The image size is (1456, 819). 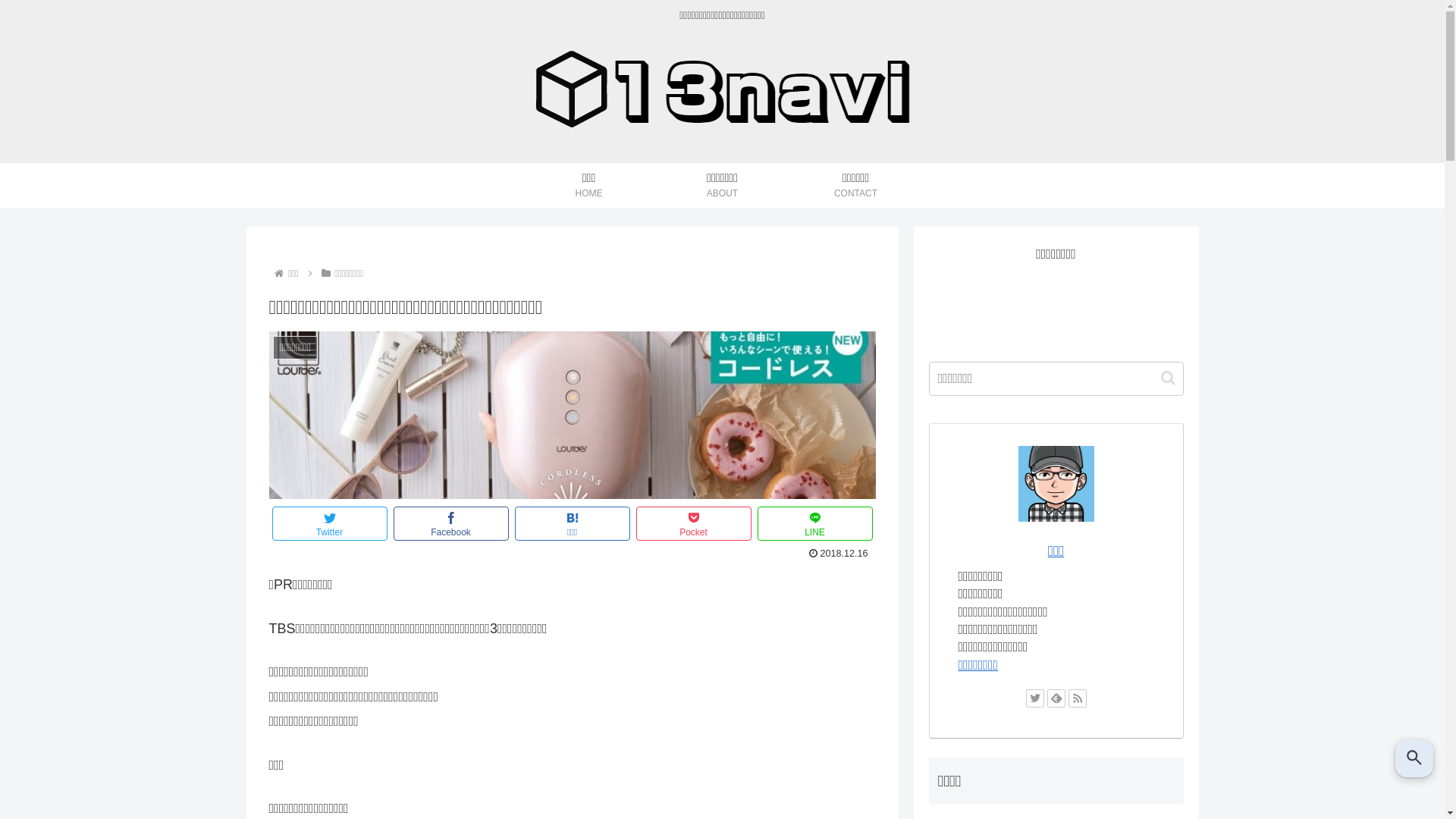 What do you see at coordinates (393, 522) in the screenshot?
I see `'Facebook'` at bounding box center [393, 522].